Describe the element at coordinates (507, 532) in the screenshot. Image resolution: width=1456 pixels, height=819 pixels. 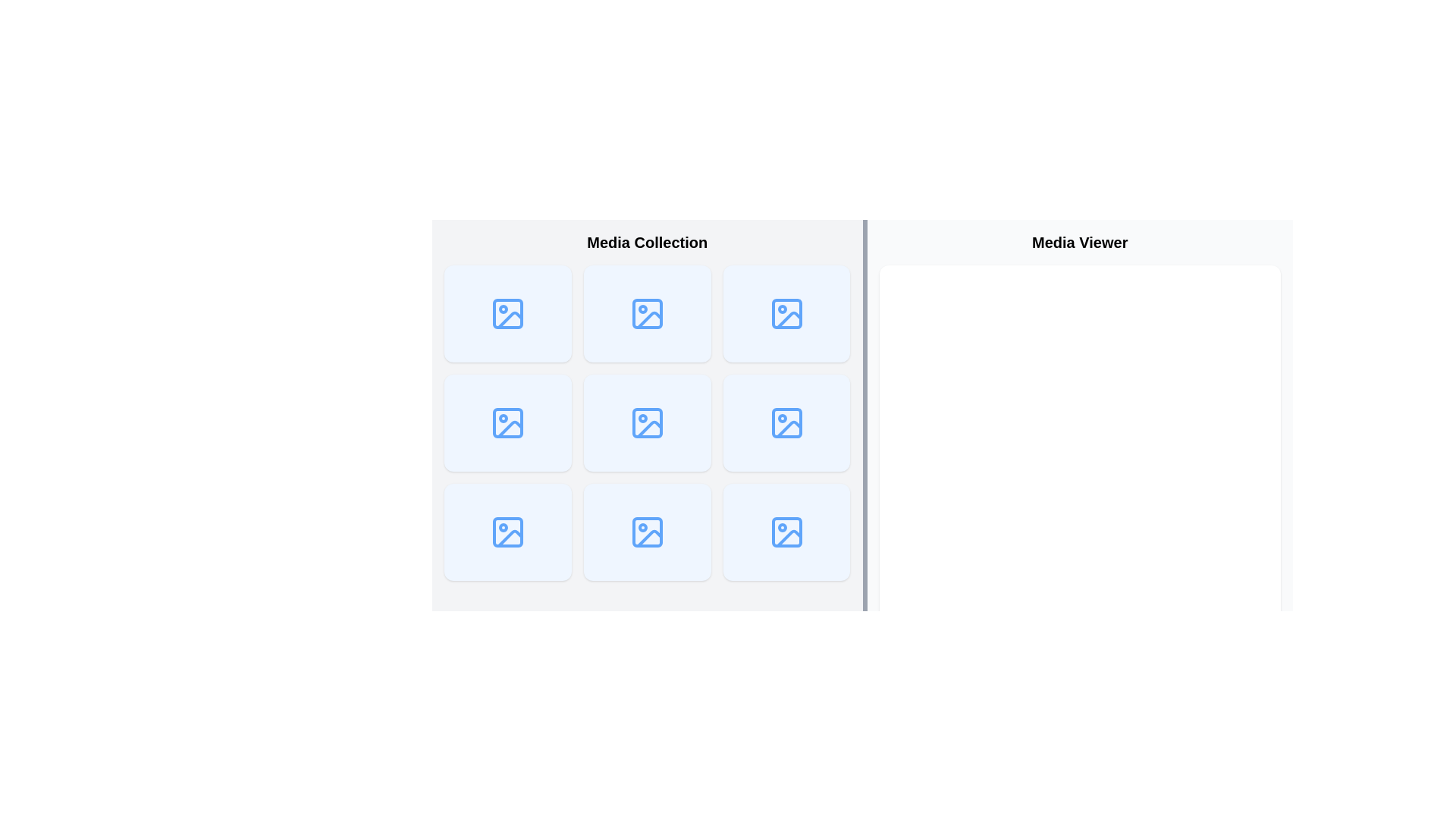
I see `the selectable tile with a light blue background and a centered picture frame icon located at the bottom-left corner of a 3x3 grid` at that location.